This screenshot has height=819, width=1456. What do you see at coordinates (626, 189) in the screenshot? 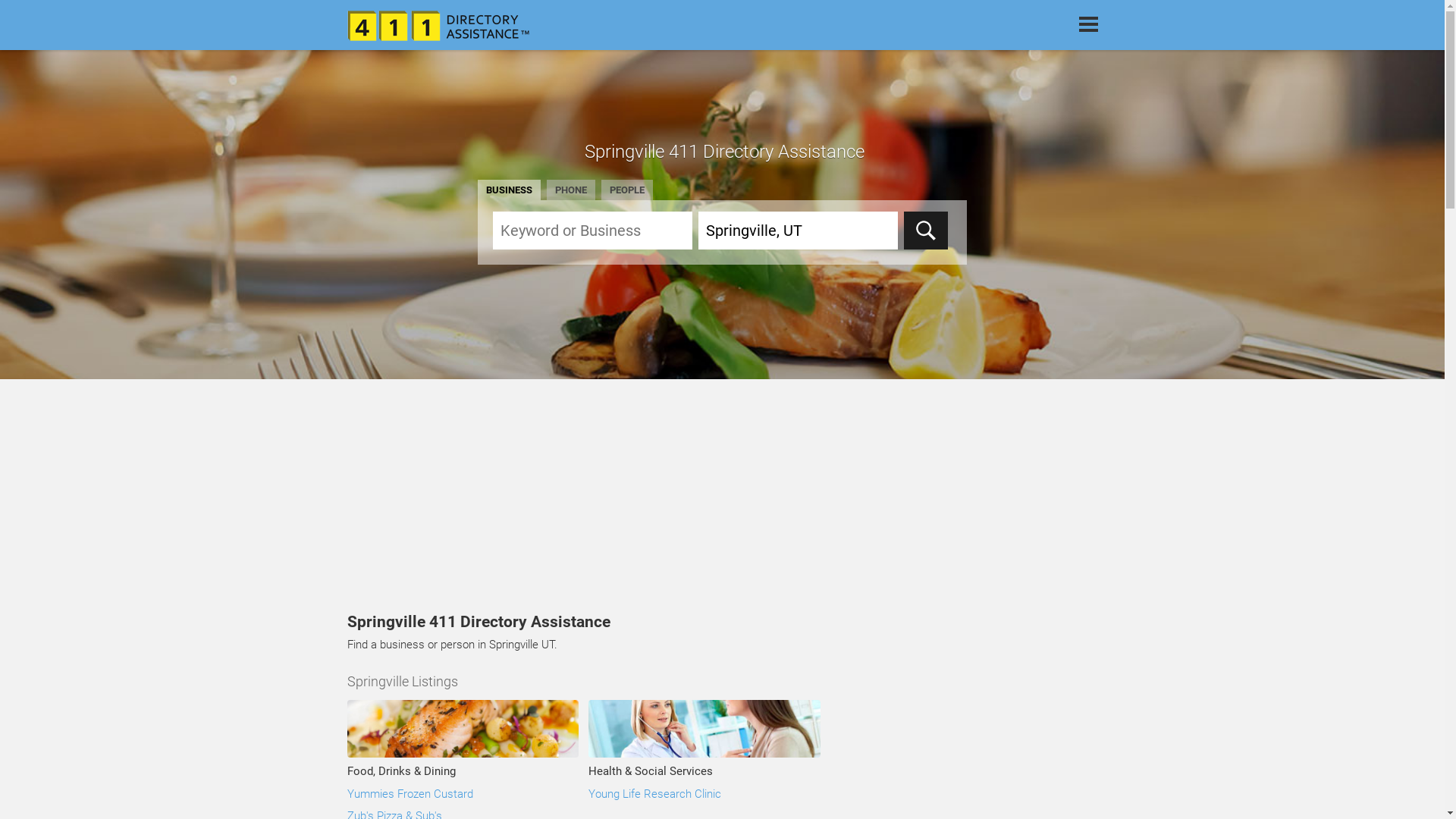
I see `'PEOPLE'` at bounding box center [626, 189].